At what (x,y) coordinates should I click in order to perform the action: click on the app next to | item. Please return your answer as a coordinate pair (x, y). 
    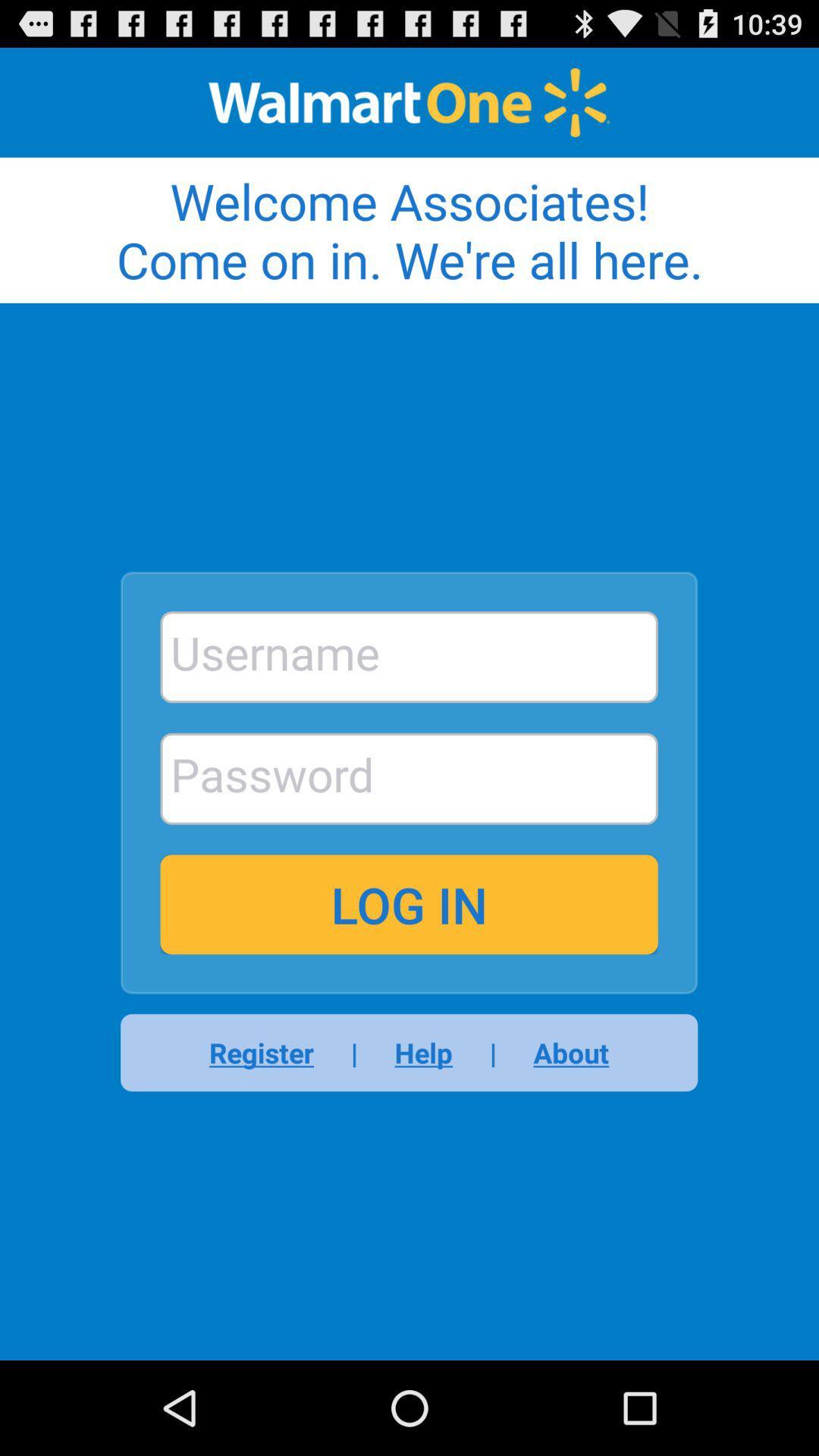
    Looking at the image, I should click on (423, 1052).